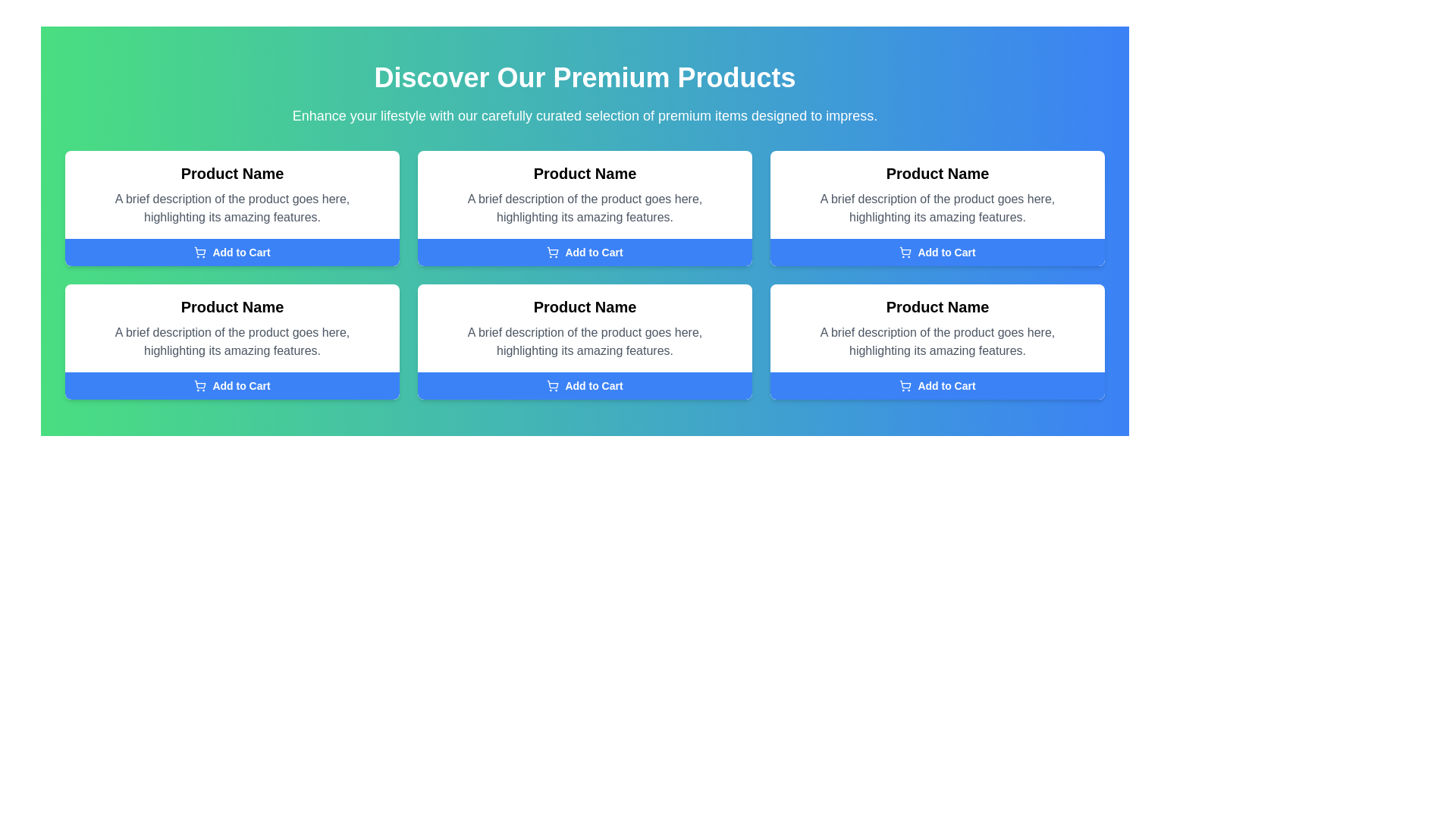 The width and height of the screenshot is (1456, 819). Describe the element at coordinates (584, 385) in the screenshot. I see `the 'Add to Cart' button with a vivid blue background and white text` at that location.